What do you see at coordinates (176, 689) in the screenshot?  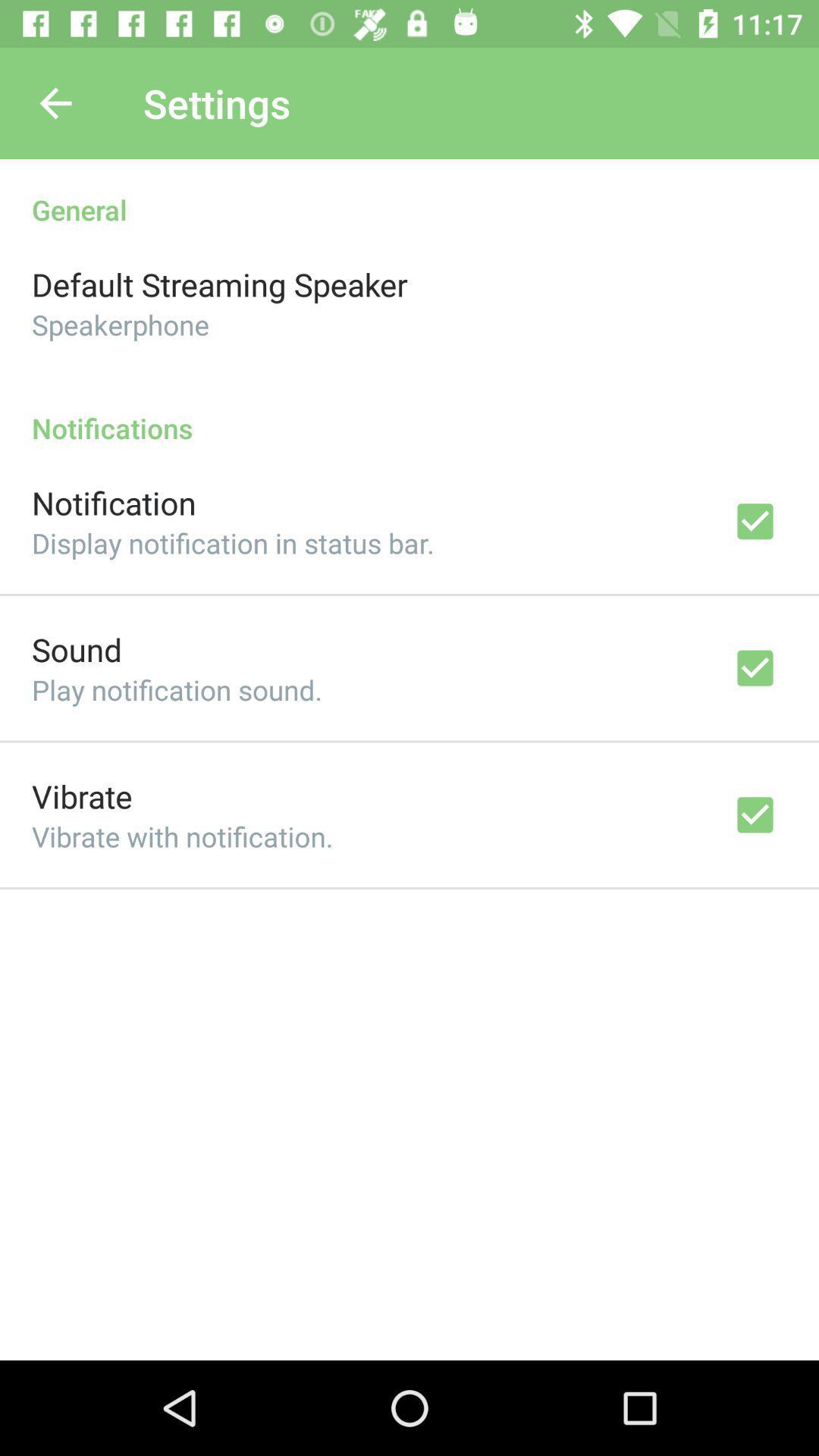 I see `the icon below sound` at bounding box center [176, 689].